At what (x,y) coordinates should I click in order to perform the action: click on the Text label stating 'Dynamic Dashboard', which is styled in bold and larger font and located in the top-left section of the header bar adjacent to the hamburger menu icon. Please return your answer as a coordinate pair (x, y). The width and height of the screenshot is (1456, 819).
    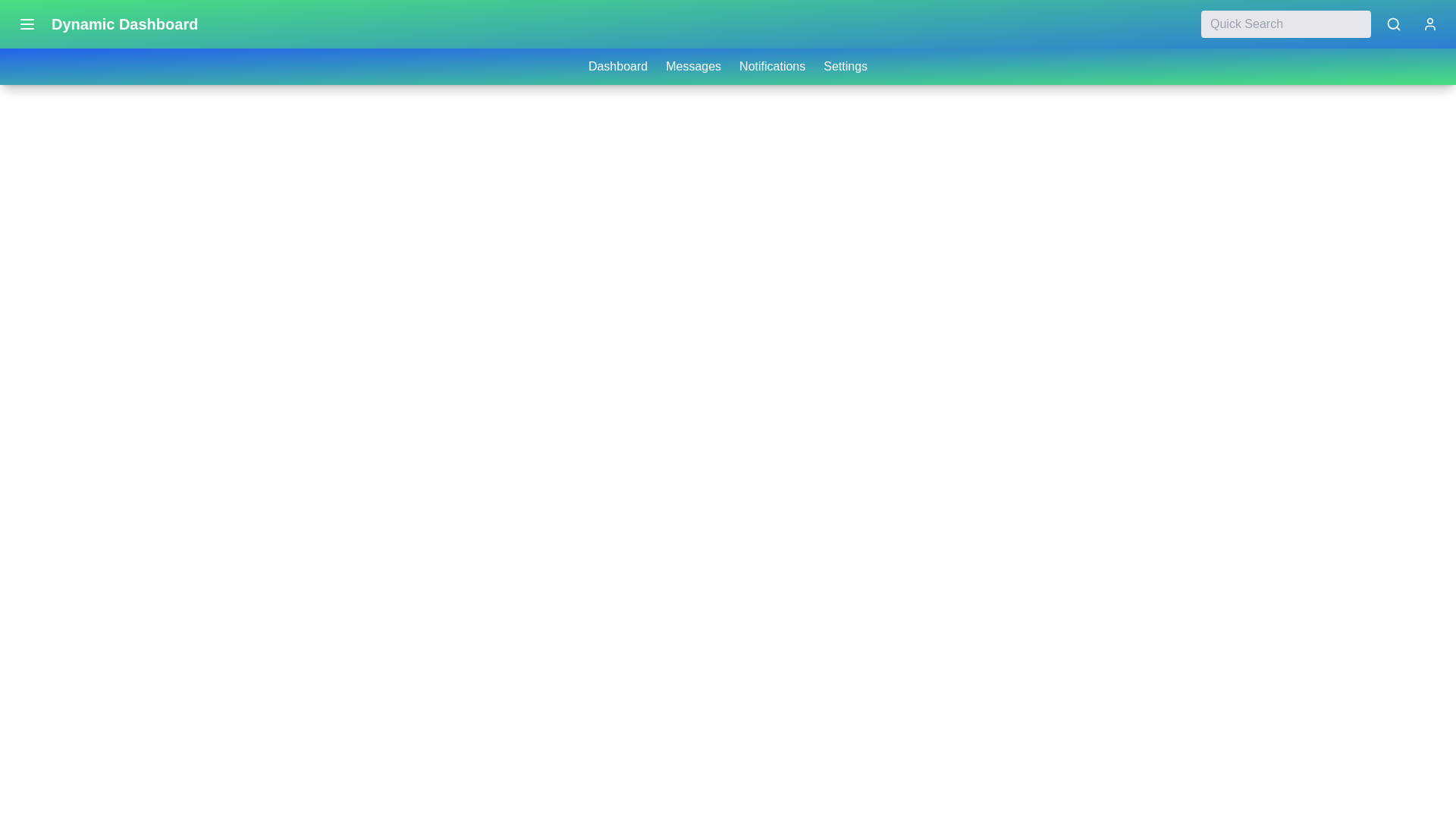
    Looking at the image, I should click on (104, 24).